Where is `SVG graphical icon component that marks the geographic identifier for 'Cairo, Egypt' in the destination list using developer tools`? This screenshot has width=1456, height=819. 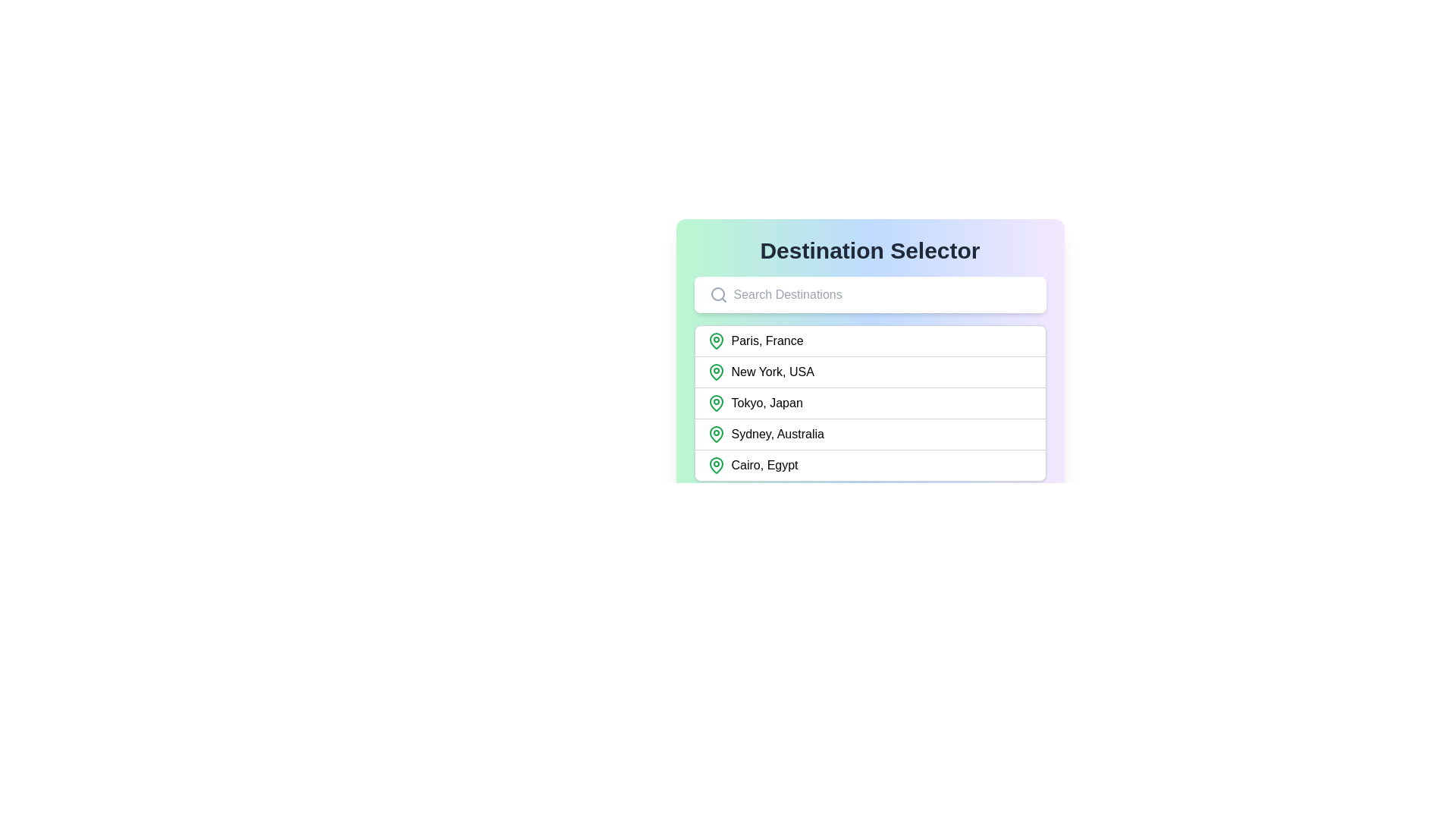 SVG graphical icon component that marks the geographic identifier for 'Cairo, Egypt' in the destination list using developer tools is located at coordinates (715, 464).